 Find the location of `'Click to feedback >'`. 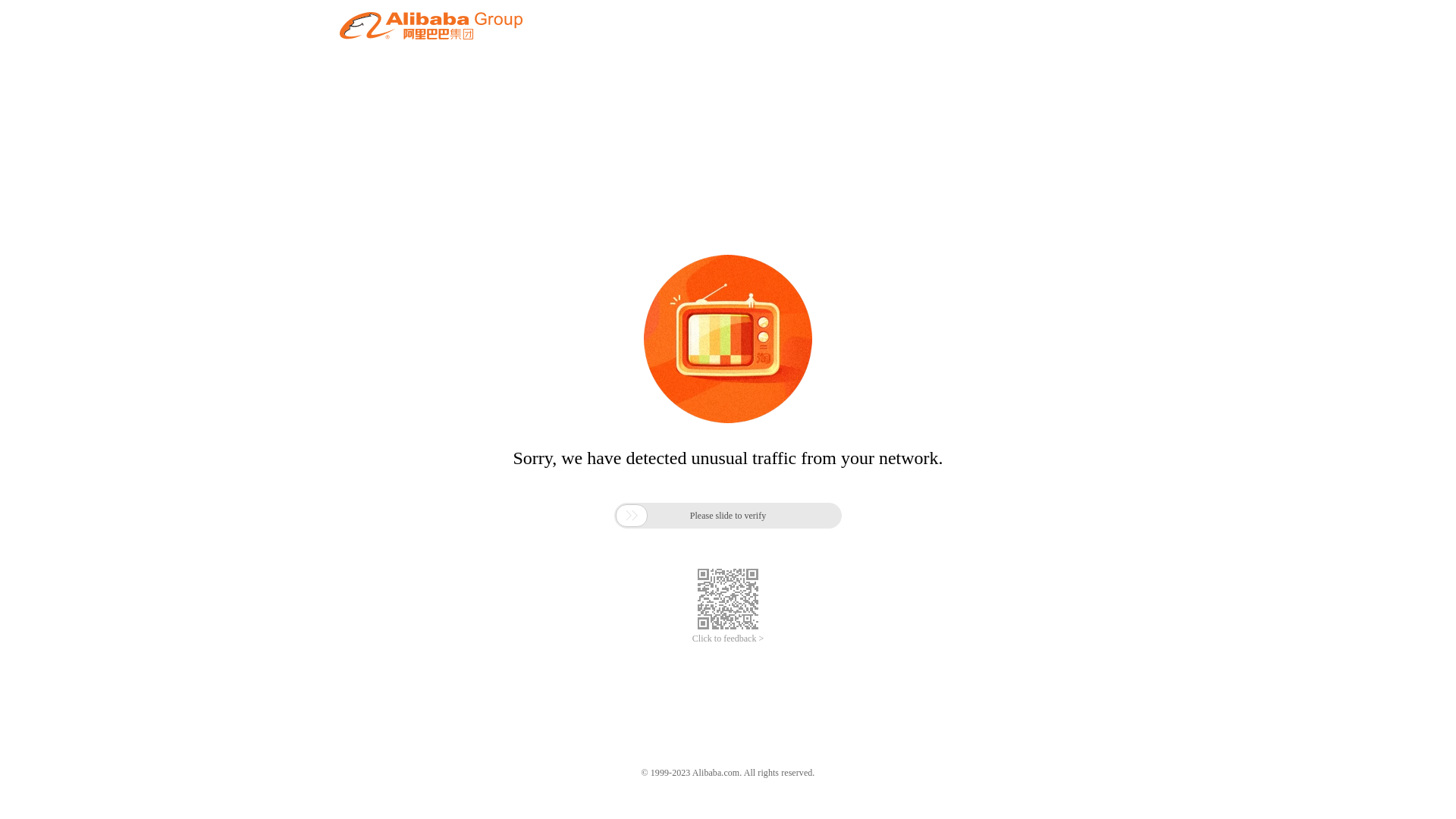

'Click to feedback >' is located at coordinates (728, 639).